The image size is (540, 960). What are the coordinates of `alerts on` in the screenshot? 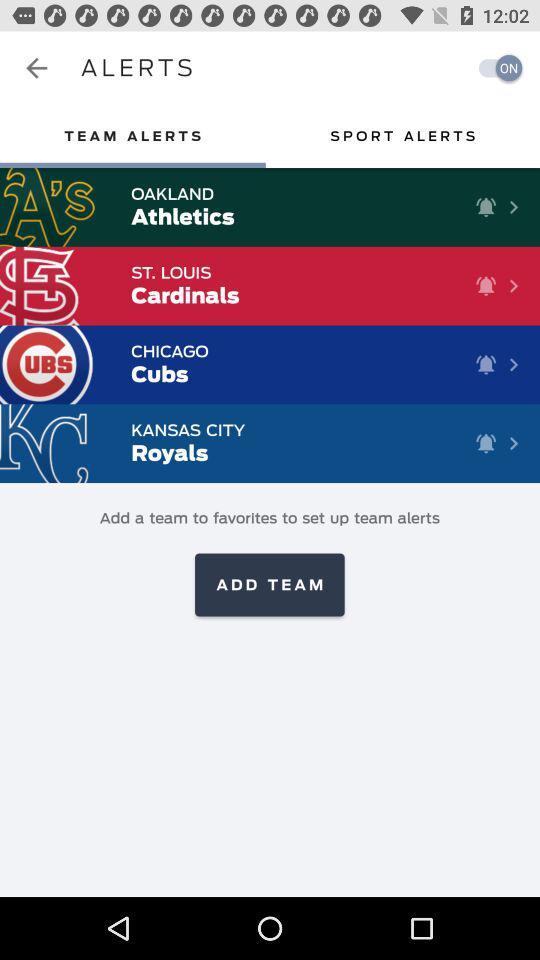 It's located at (494, 68).